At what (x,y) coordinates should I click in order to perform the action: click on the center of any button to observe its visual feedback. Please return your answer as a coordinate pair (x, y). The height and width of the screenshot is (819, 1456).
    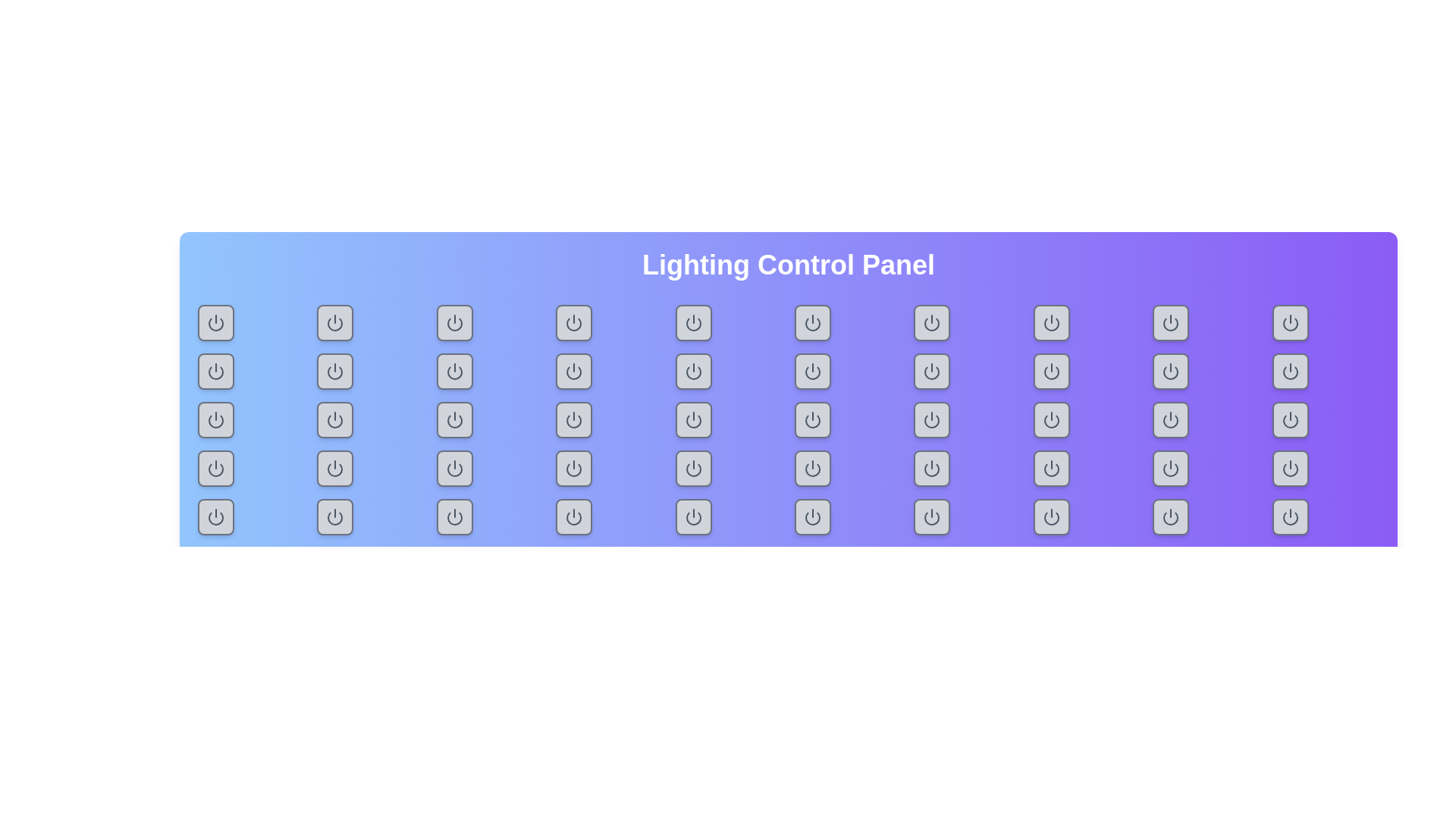
    Looking at the image, I should click on (215, 322).